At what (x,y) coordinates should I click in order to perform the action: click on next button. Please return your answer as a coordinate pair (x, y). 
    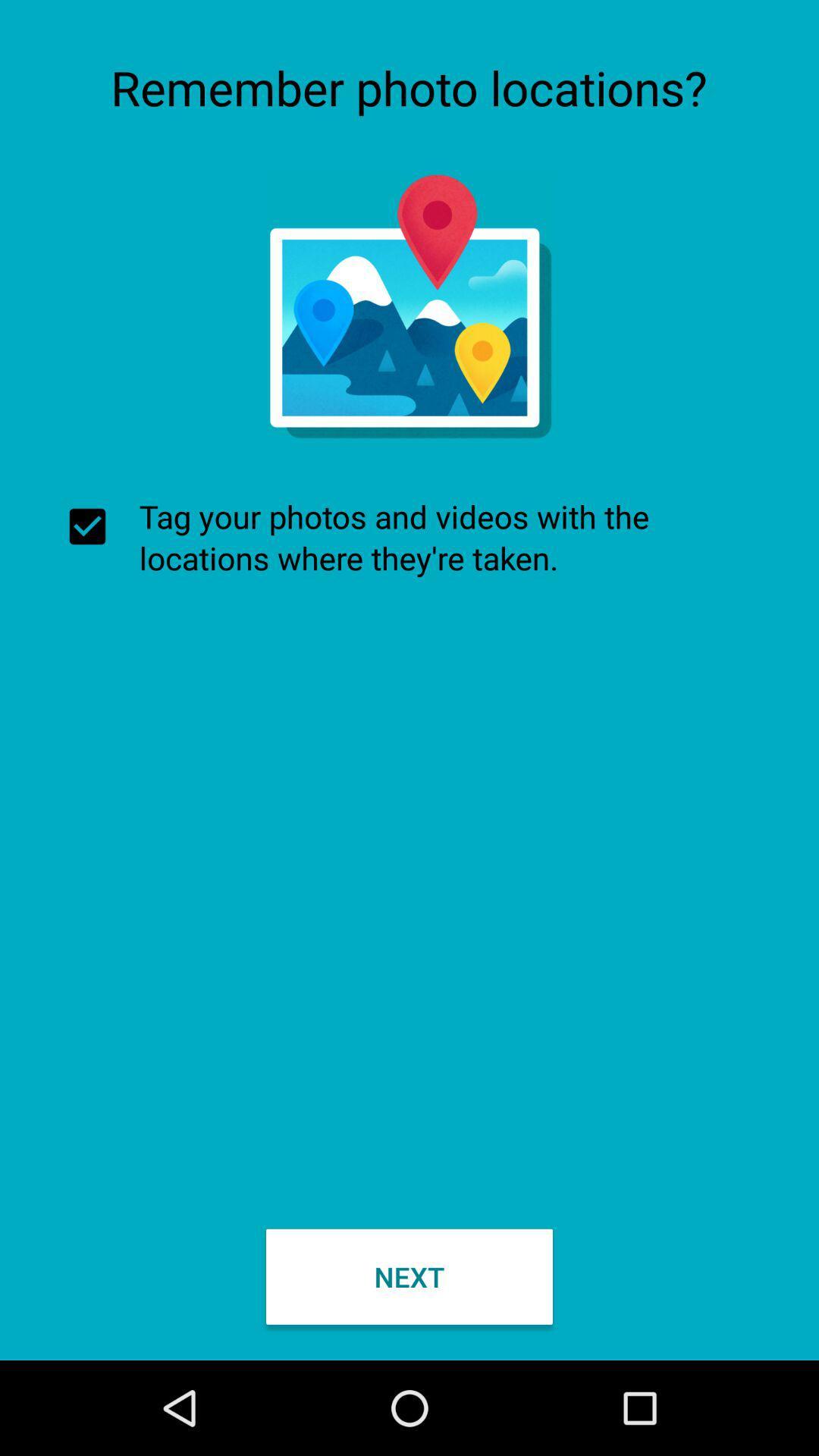
    Looking at the image, I should click on (409, 1276).